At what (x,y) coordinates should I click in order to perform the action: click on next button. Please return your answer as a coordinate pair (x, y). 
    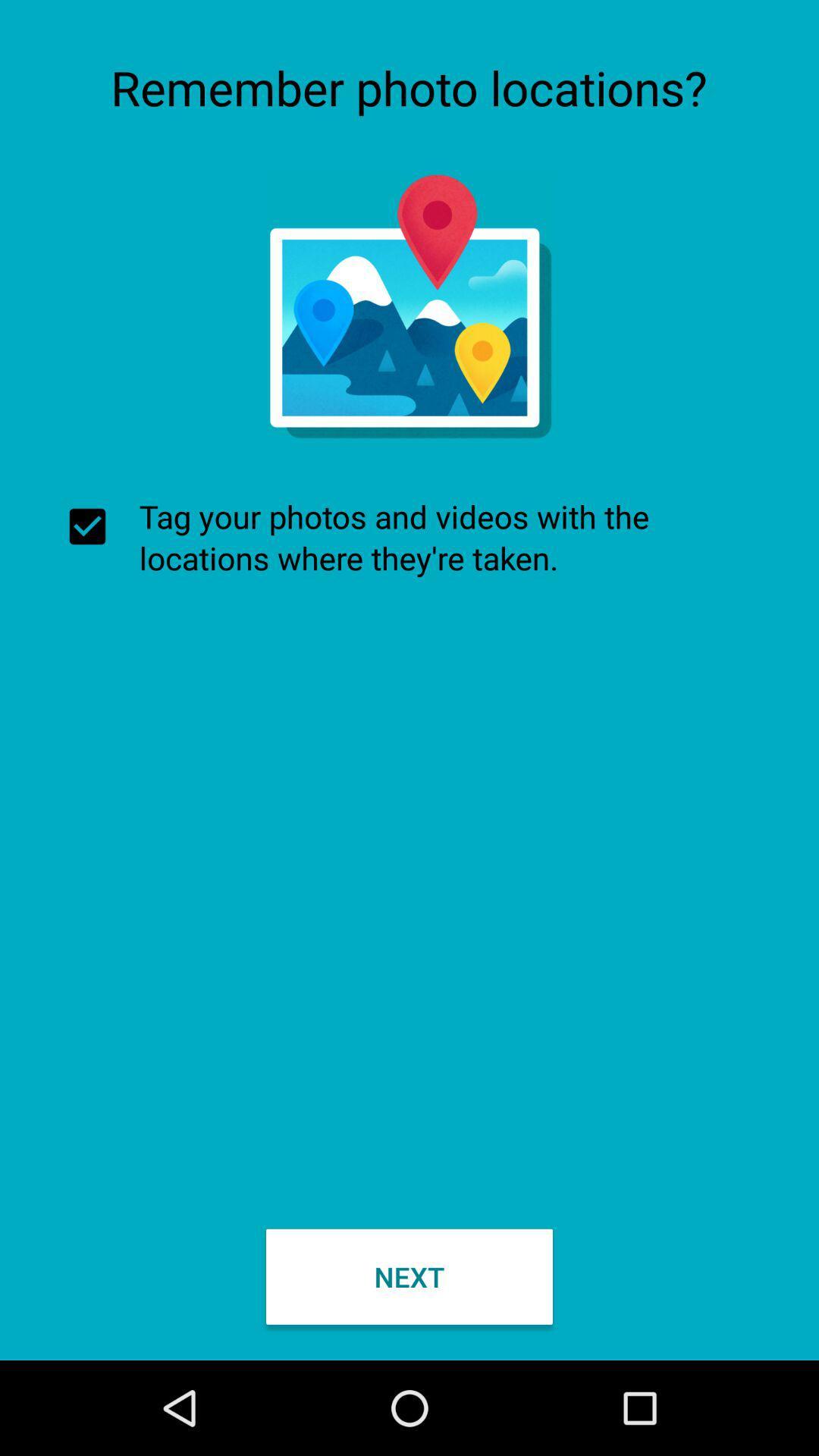
    Looking at the image, I should click on (409, 1276).